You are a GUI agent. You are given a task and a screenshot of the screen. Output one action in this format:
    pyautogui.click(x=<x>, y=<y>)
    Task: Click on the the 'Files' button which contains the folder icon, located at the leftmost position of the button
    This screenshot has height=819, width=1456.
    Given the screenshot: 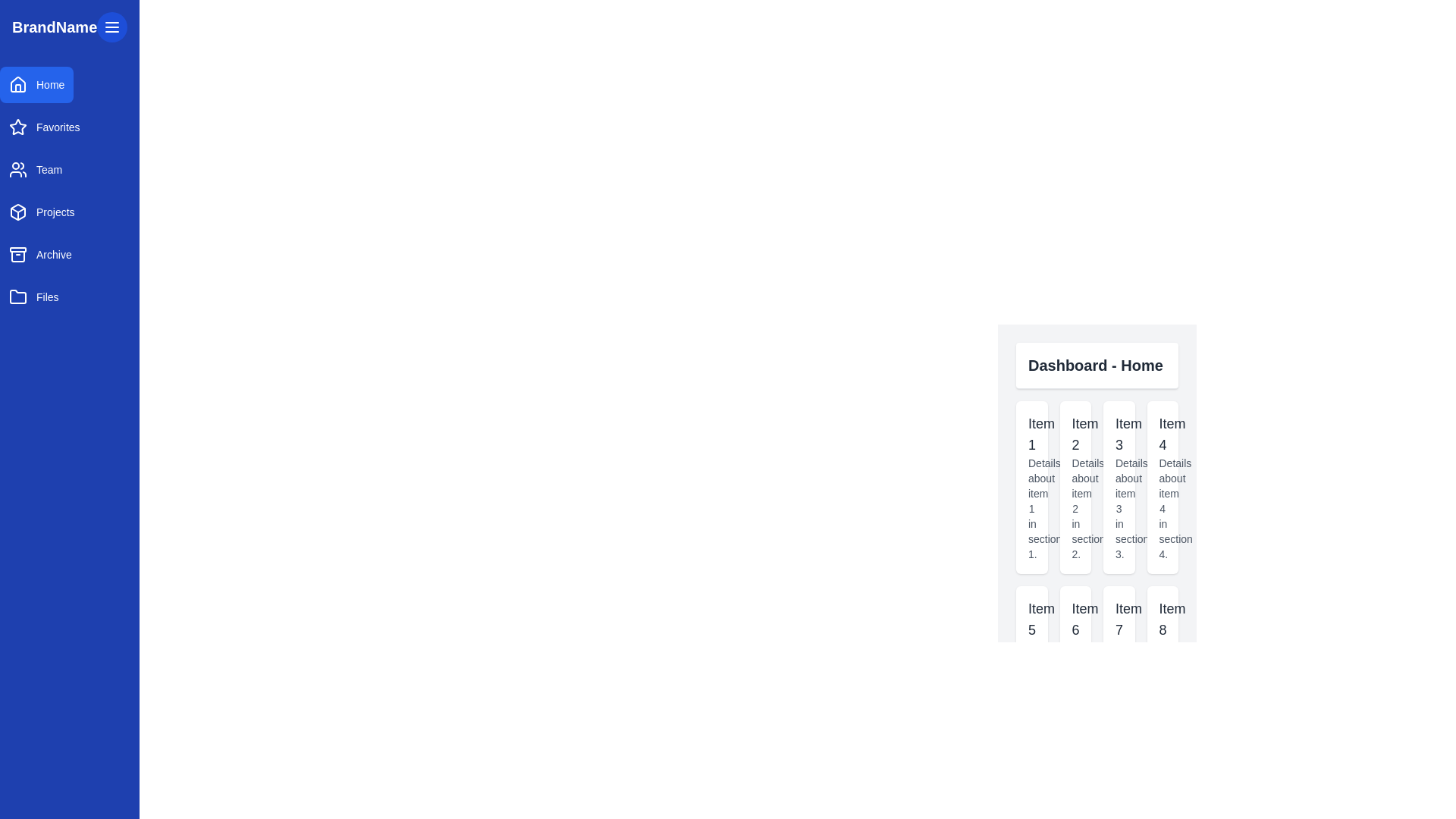 What is the action you would take?
    pyautogui.click(x=18, y=297)
    